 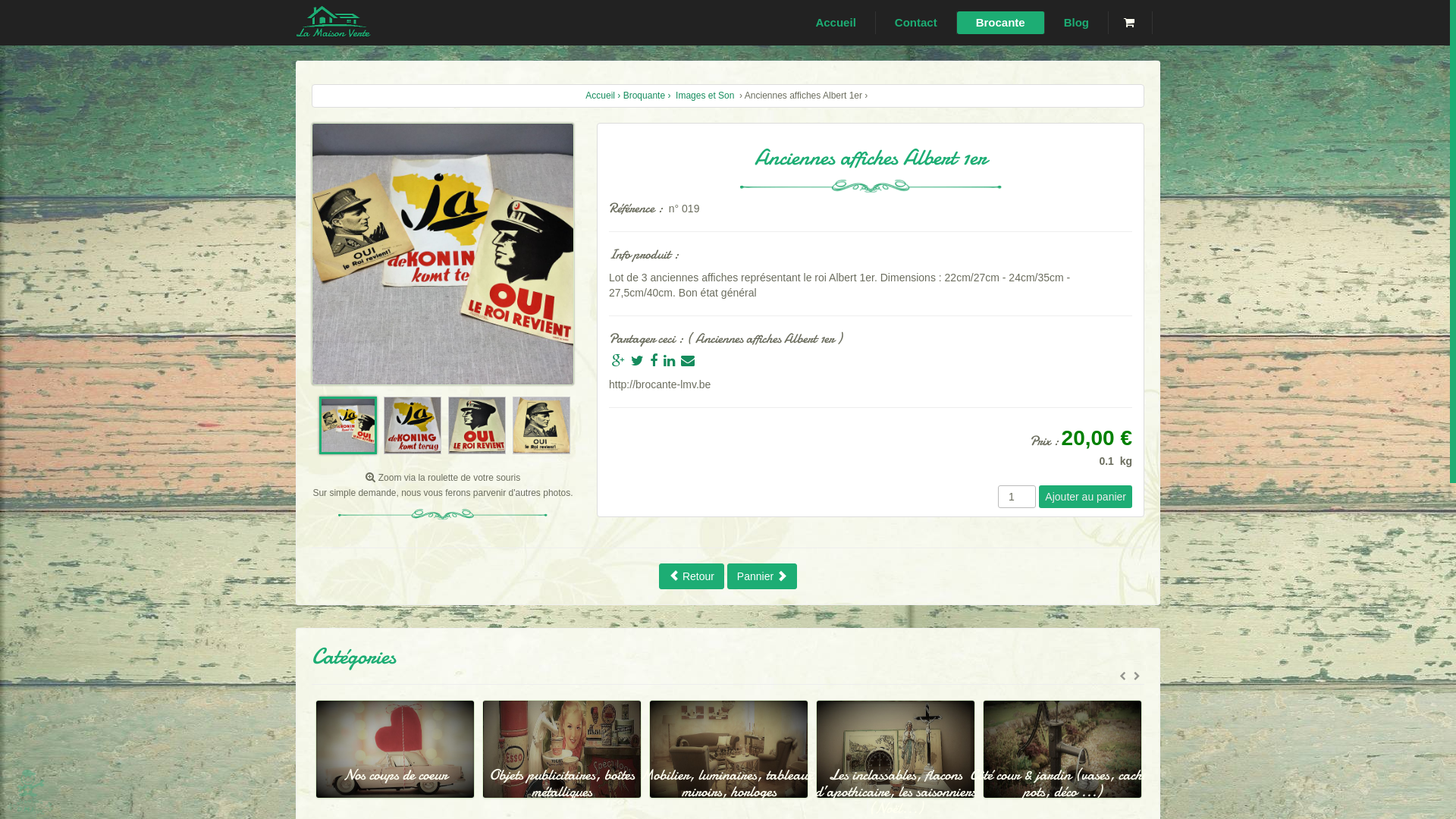 What do you see at coordinates (618, 361) in the screenshot?
I see `'Partager sur Google +'` at bounding box center [618, 361].